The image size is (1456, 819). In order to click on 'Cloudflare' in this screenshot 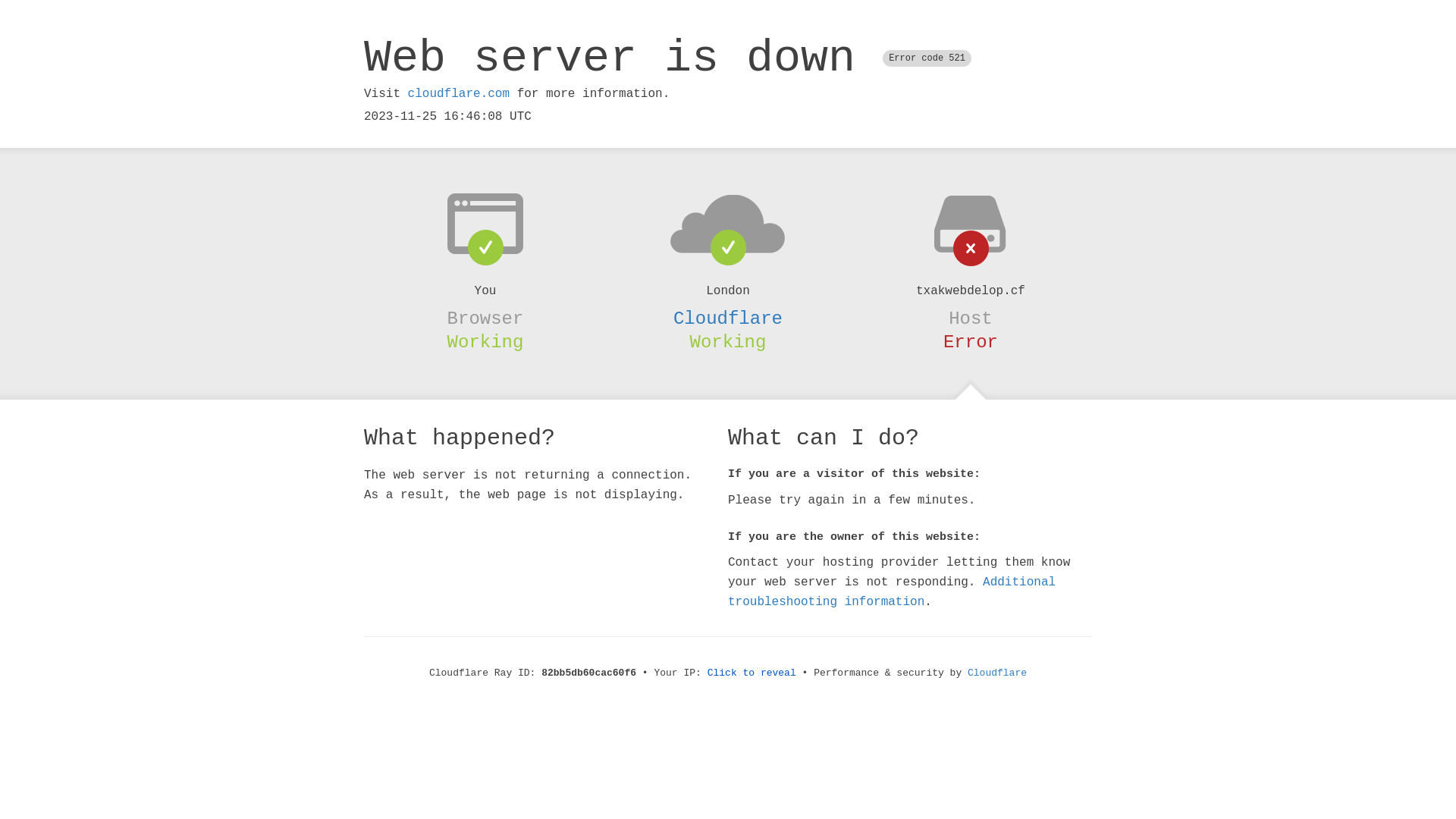, I will do `click(728, 318)`.